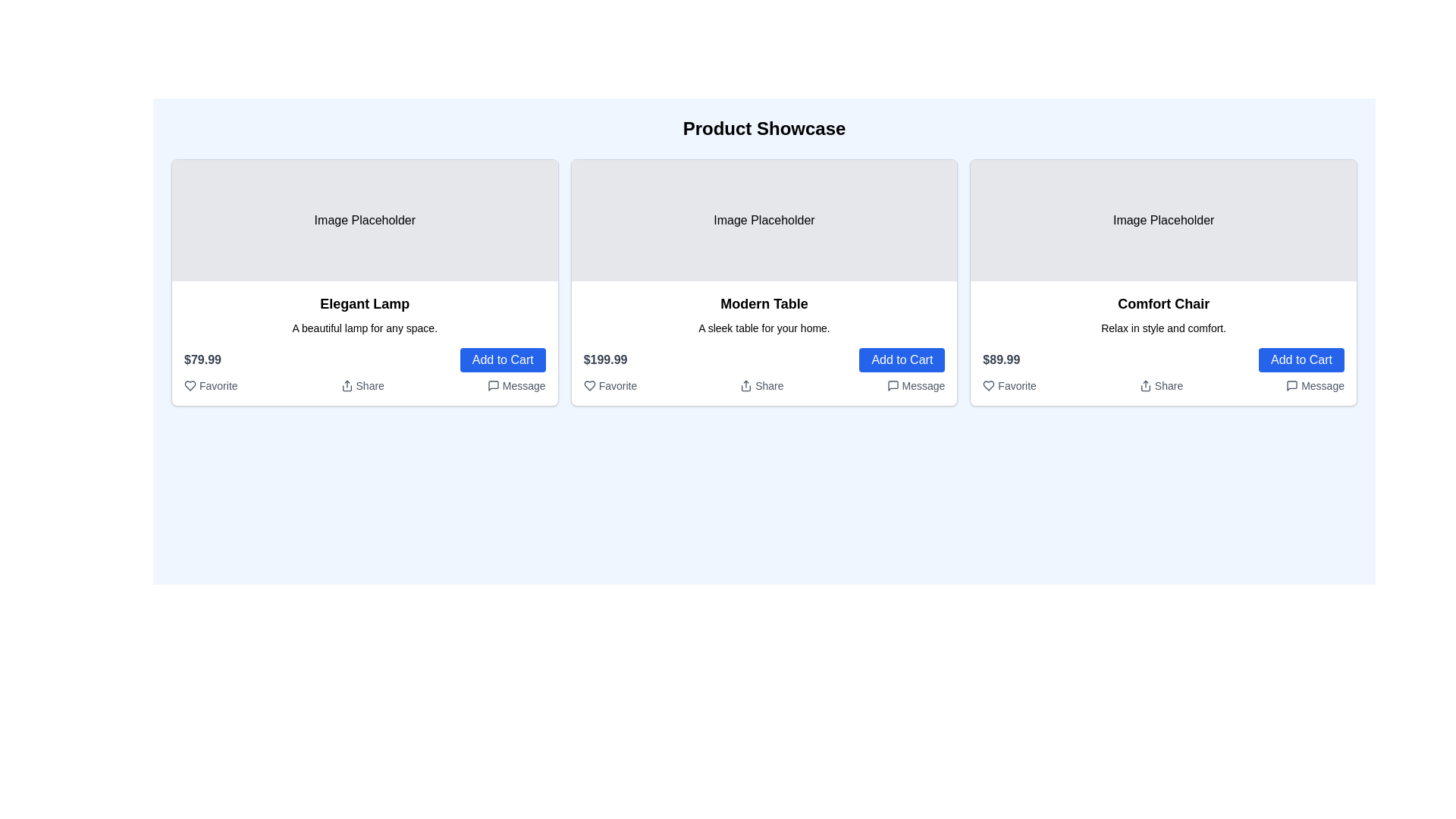 The width and height of the screenshot is (1456, 819). Describe the element at coordinates (516, 385) in the screenshot. I see `the 'Message' link styled with a speech bubble icon` at that location.